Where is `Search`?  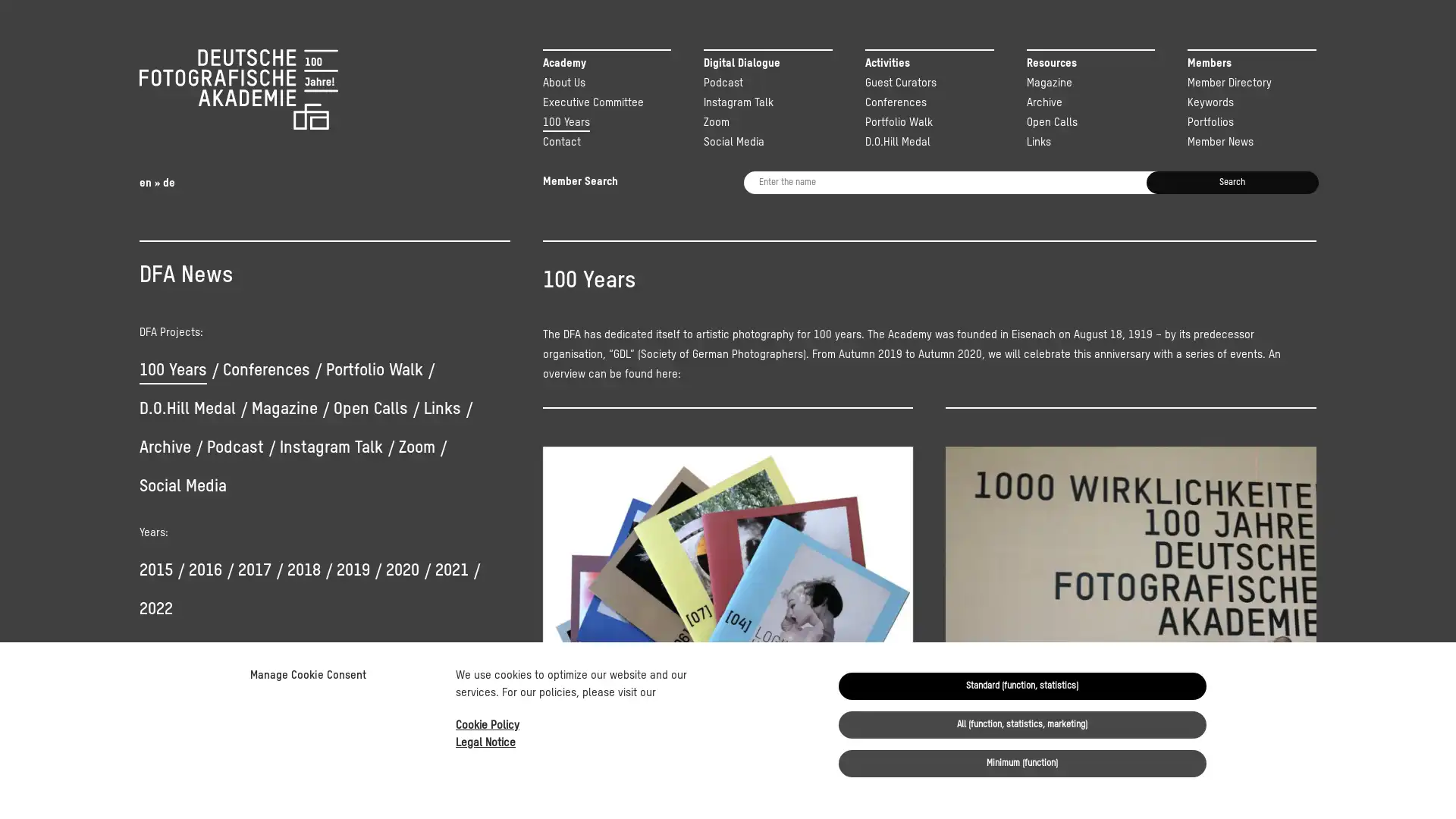
Search is located at coordinates (1232, 181).